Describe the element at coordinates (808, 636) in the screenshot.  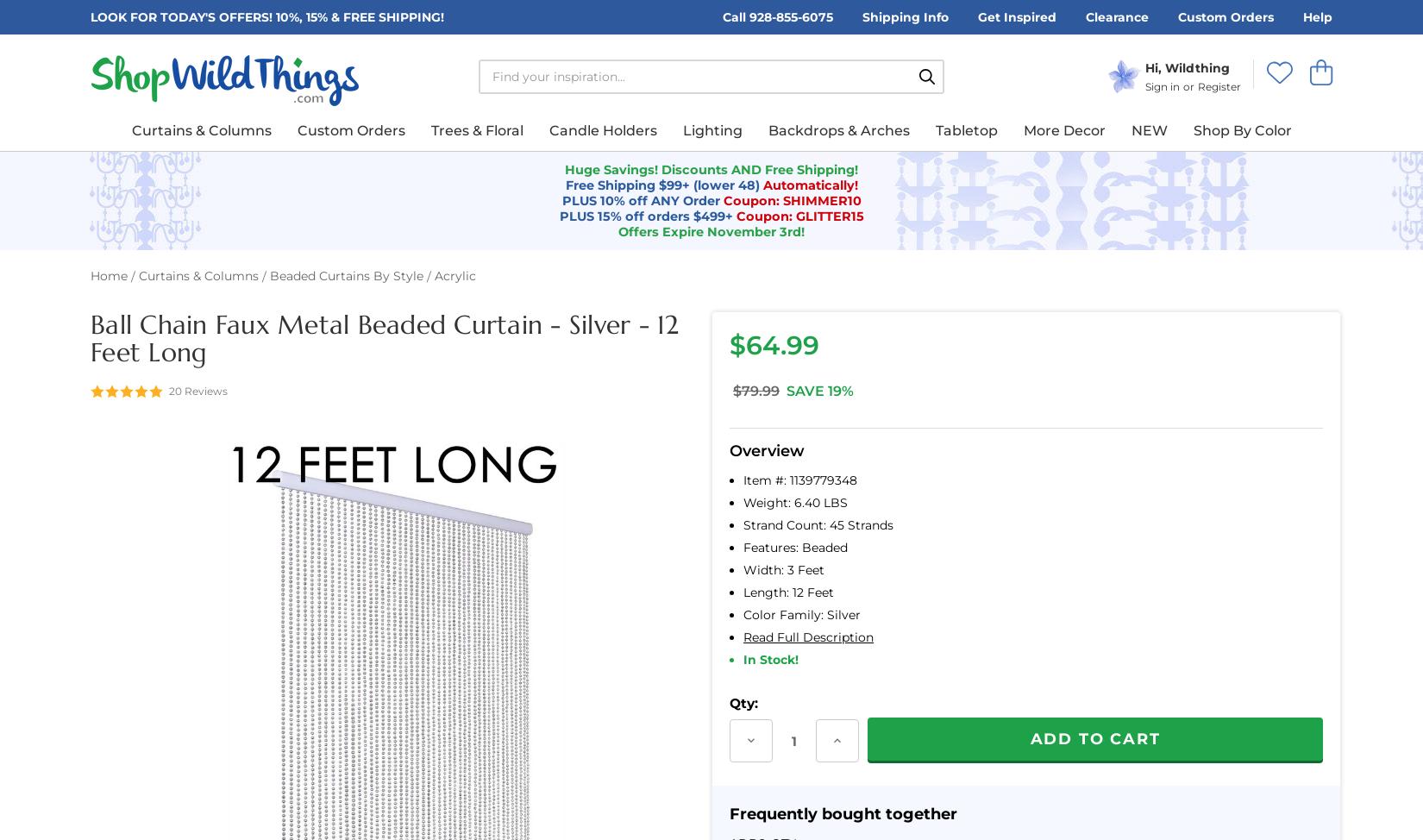
I see `'Read Full Description'` at that location.